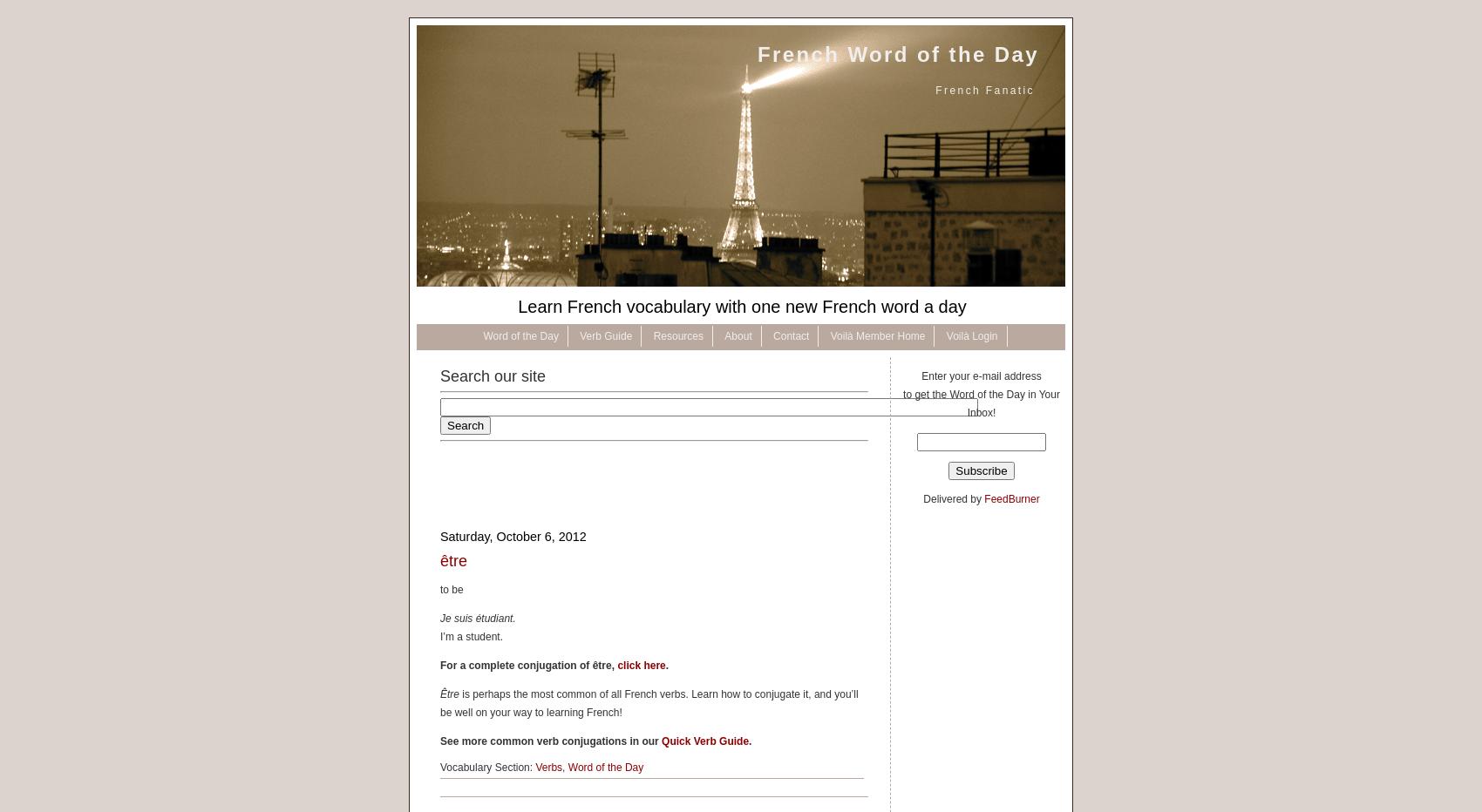  What do you see at coordinates (791, 335) in the screenshot?
I see `'Contact'` at bounding box center [791, 335].